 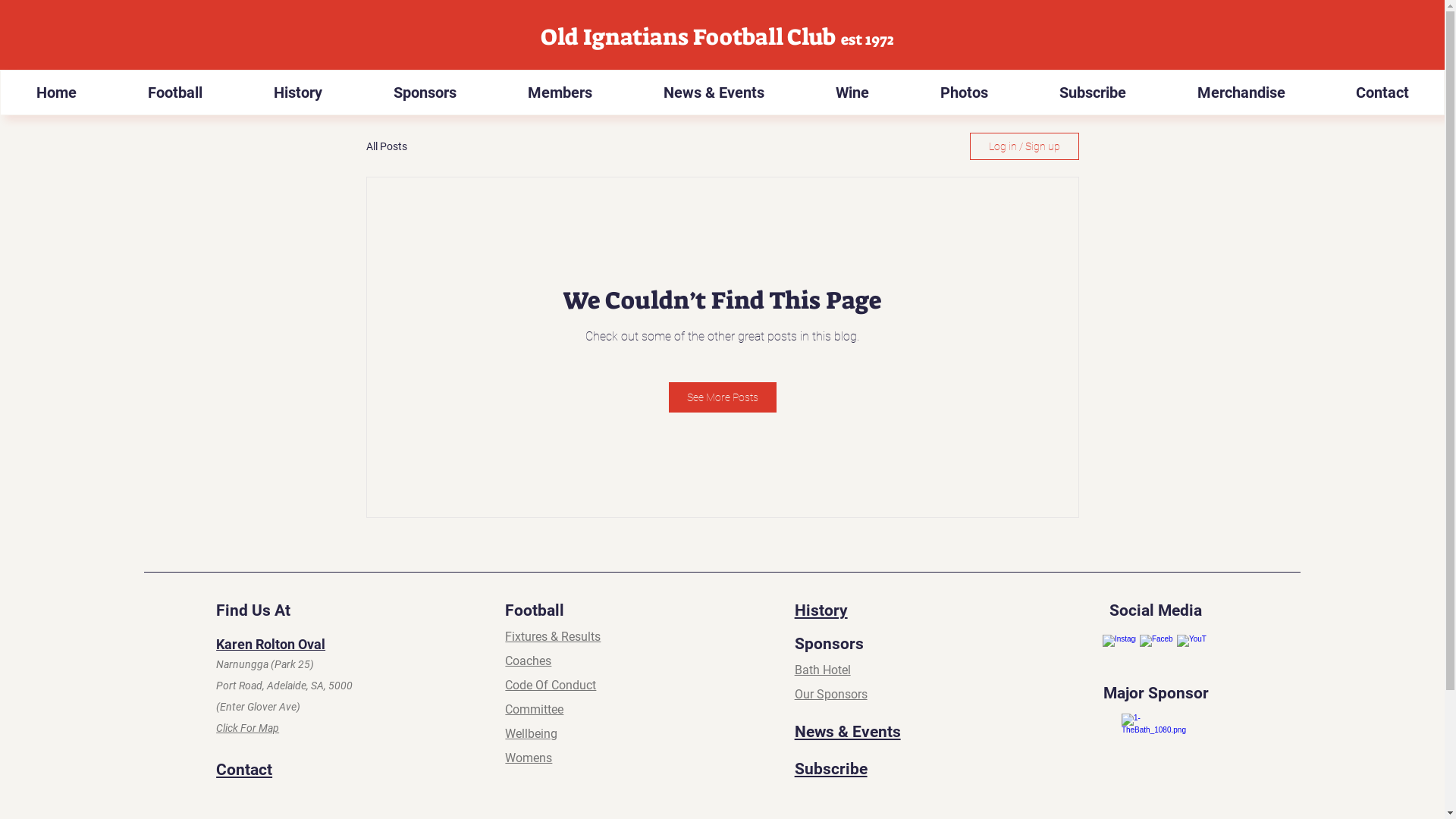 I want to click on 'Our Sponsors', so click(x=830, y=694).